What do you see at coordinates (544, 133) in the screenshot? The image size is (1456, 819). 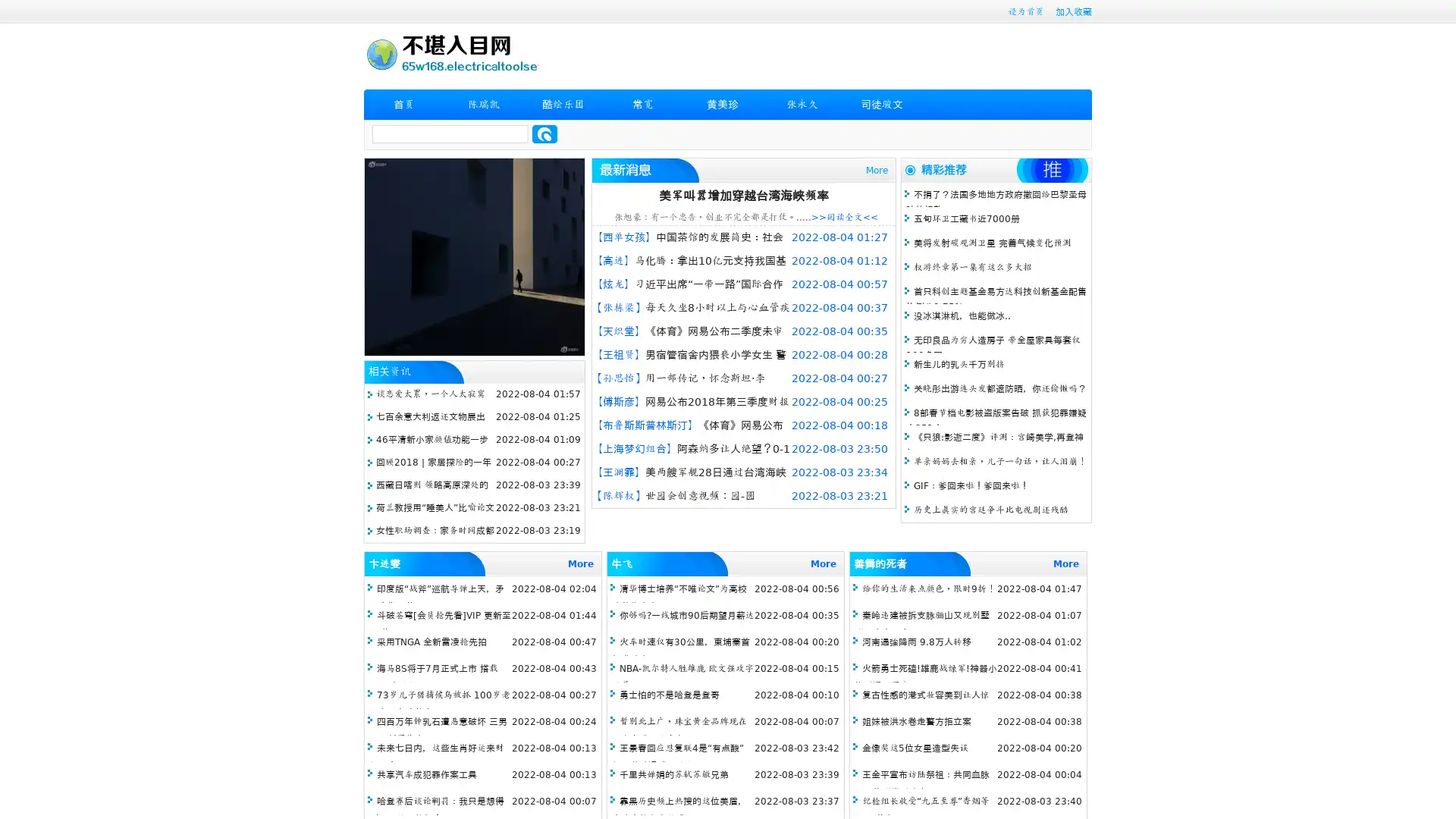 I see `Search` at bounding box center [544, 133].